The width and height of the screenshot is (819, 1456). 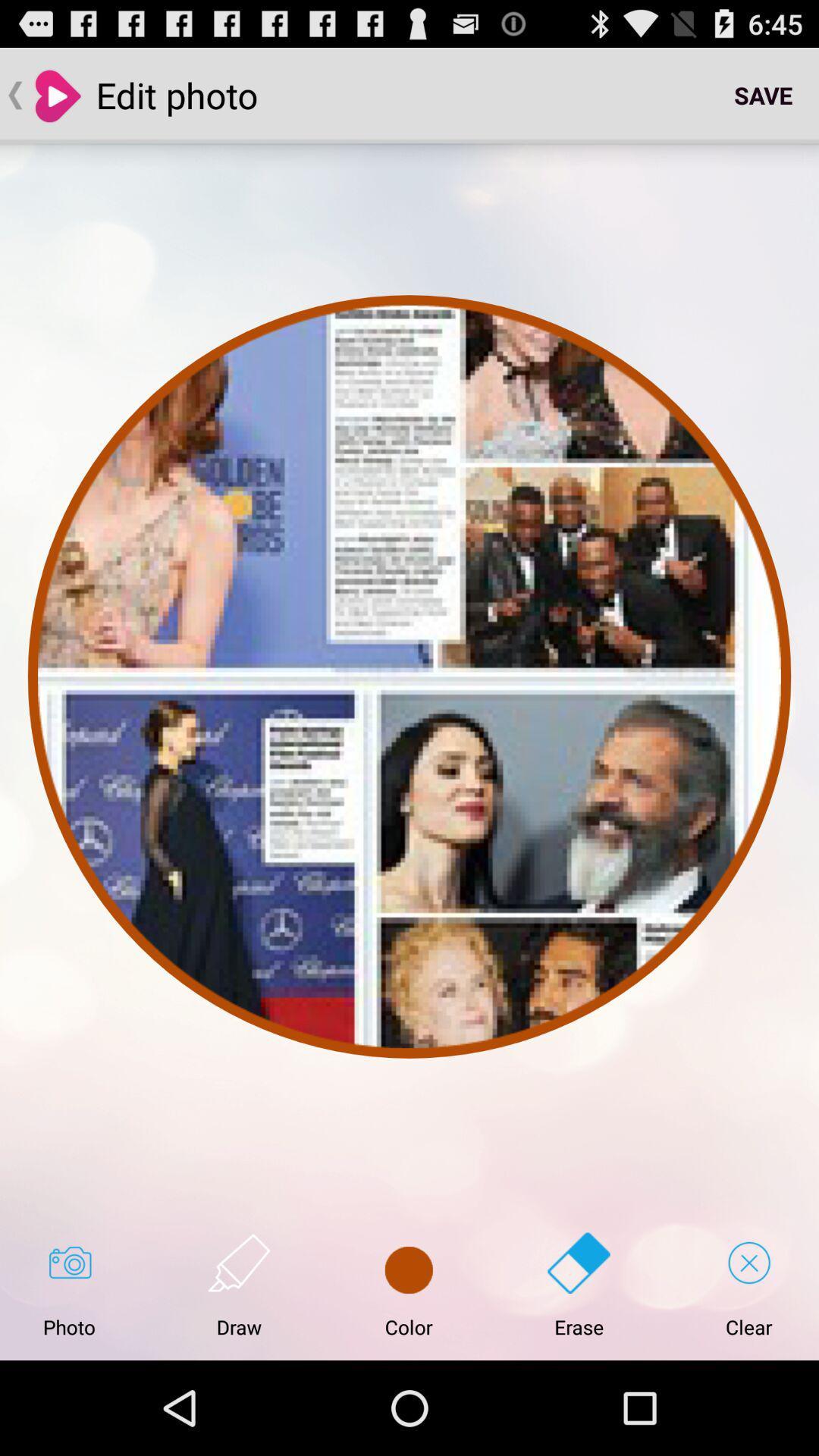 What do you see at coordinates (748, 1285) in the screenshot?
I see `icon to the right of the erase icon` at bounding box center [748, 1285].